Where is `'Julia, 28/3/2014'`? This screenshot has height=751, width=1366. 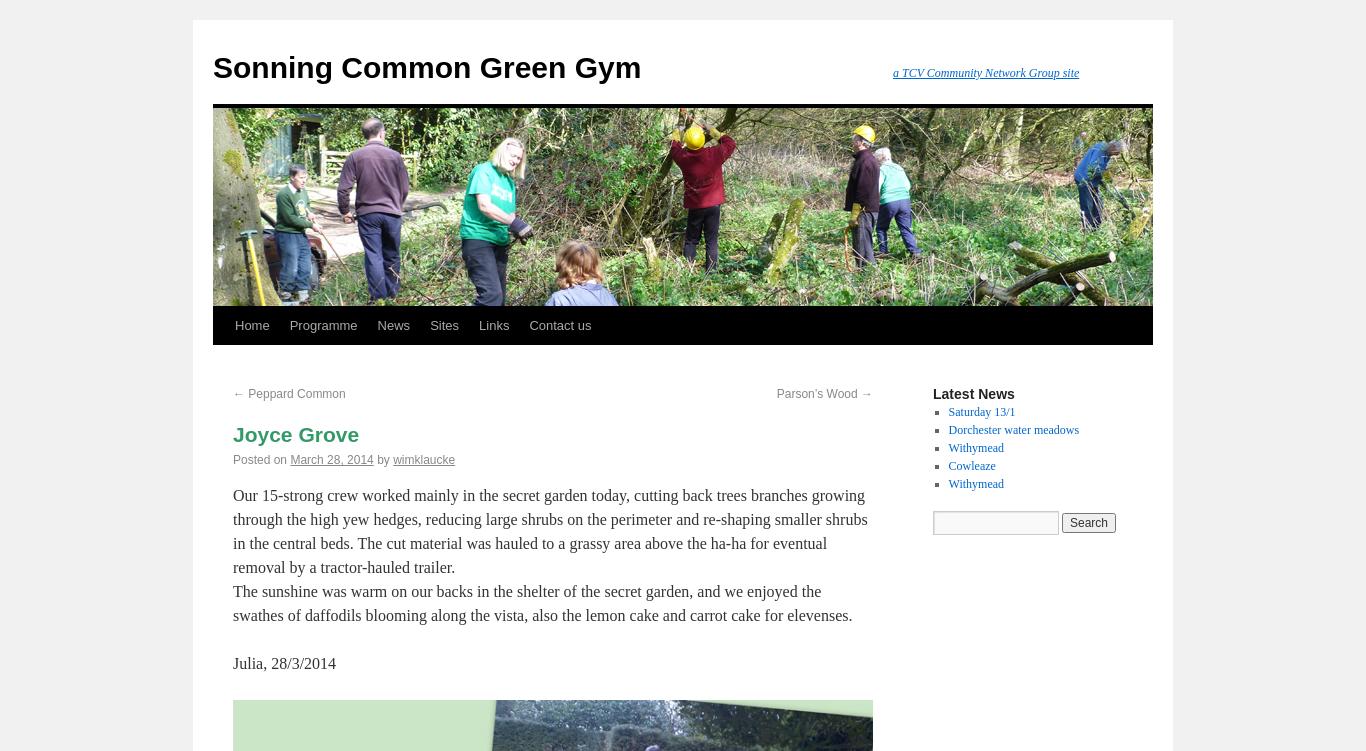 'Julia, 28/3/2014' is located at coordinates (284, 663).